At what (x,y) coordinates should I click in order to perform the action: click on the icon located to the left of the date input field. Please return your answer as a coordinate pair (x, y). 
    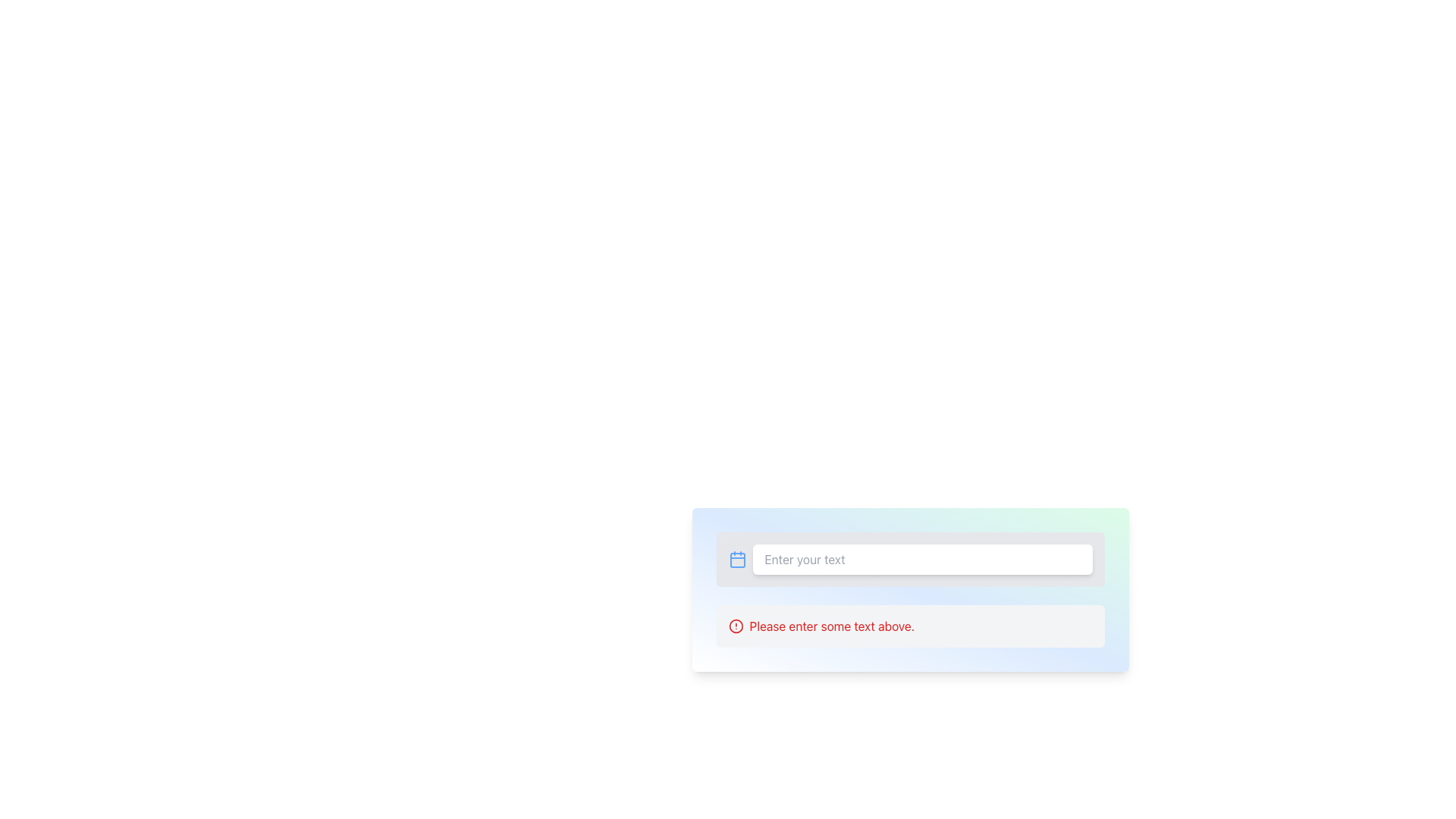
    Looking at the image, I should click on (737, 559).